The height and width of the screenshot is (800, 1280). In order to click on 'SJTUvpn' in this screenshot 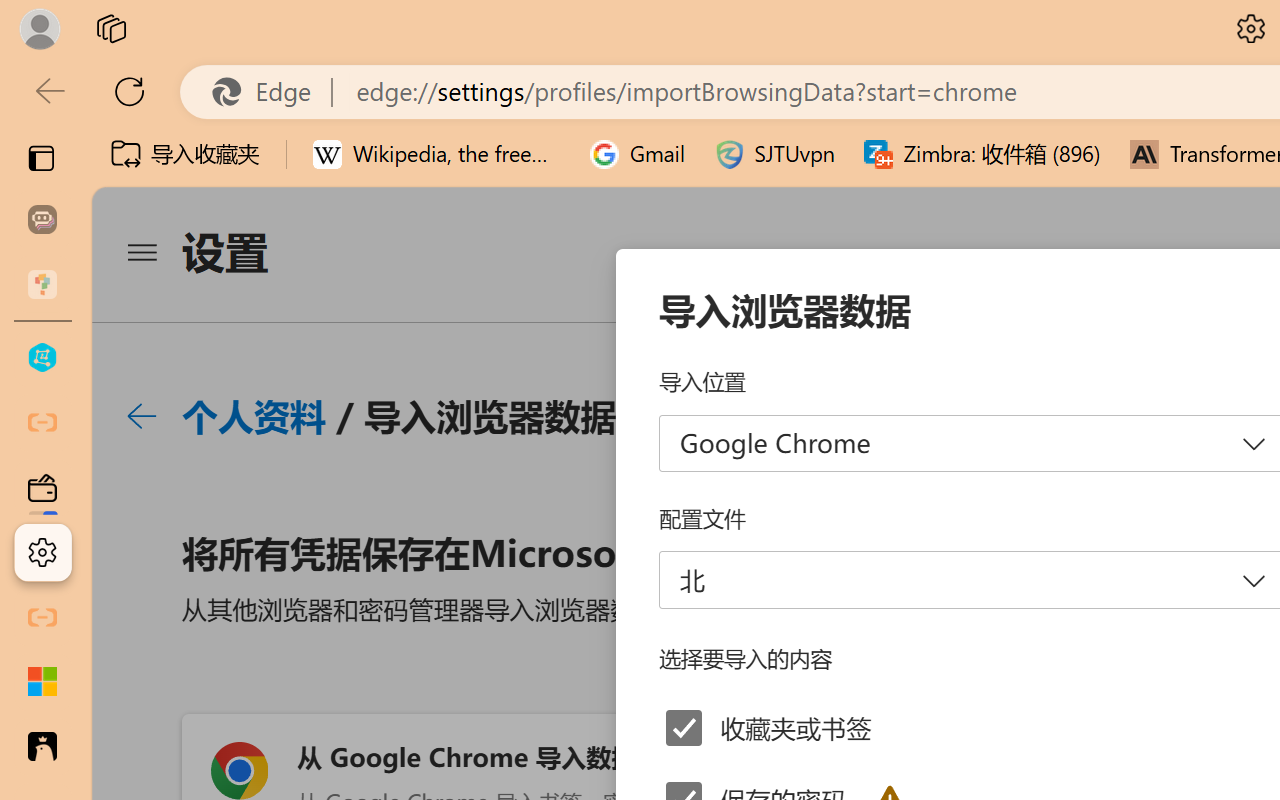, I will do `click(773, 154)`.